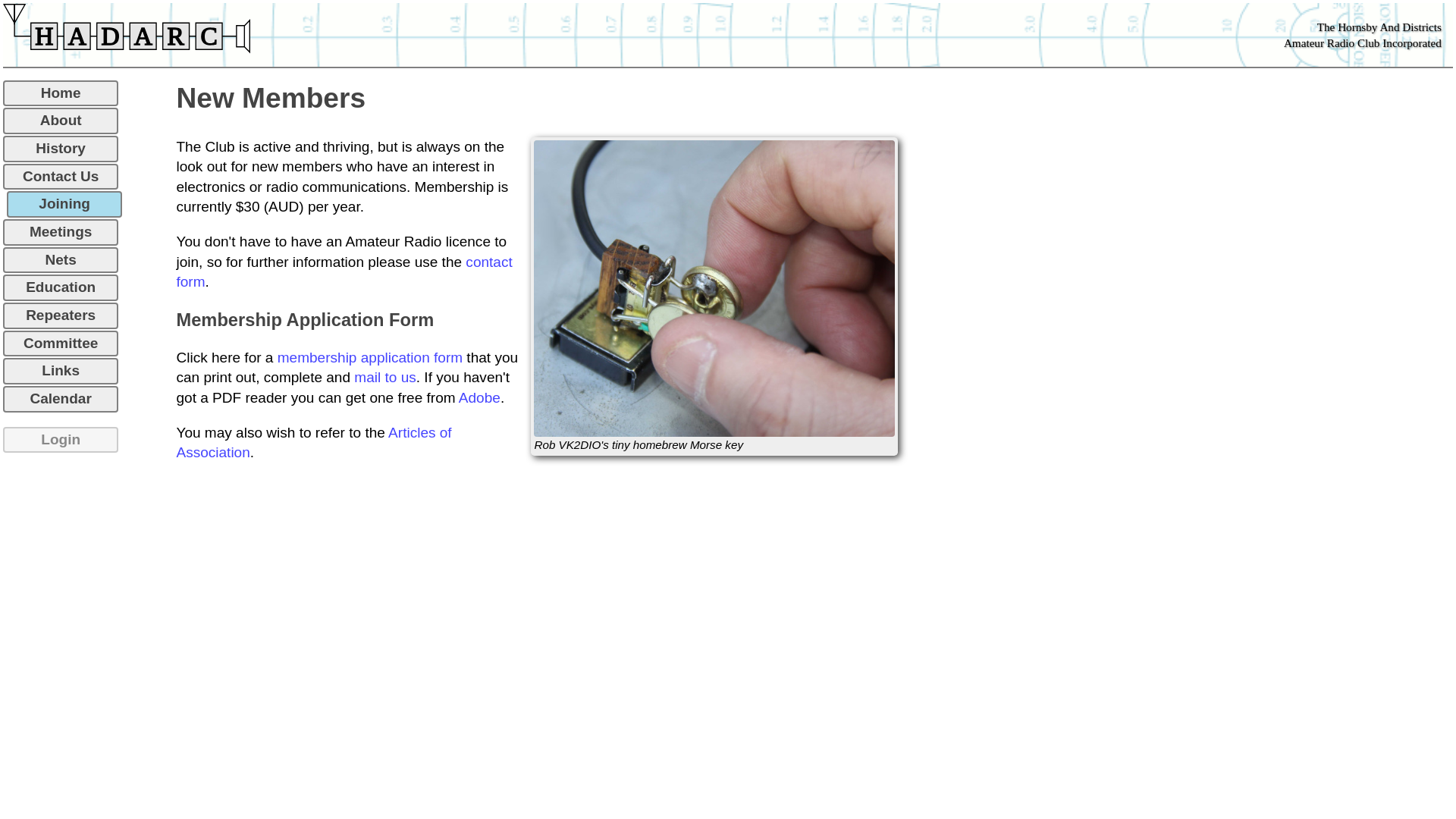 This screenshot has width=1456, height=819. Describe the element at coordinates (384, 376) in the screenshot. I see `'mail to us'` at that location.